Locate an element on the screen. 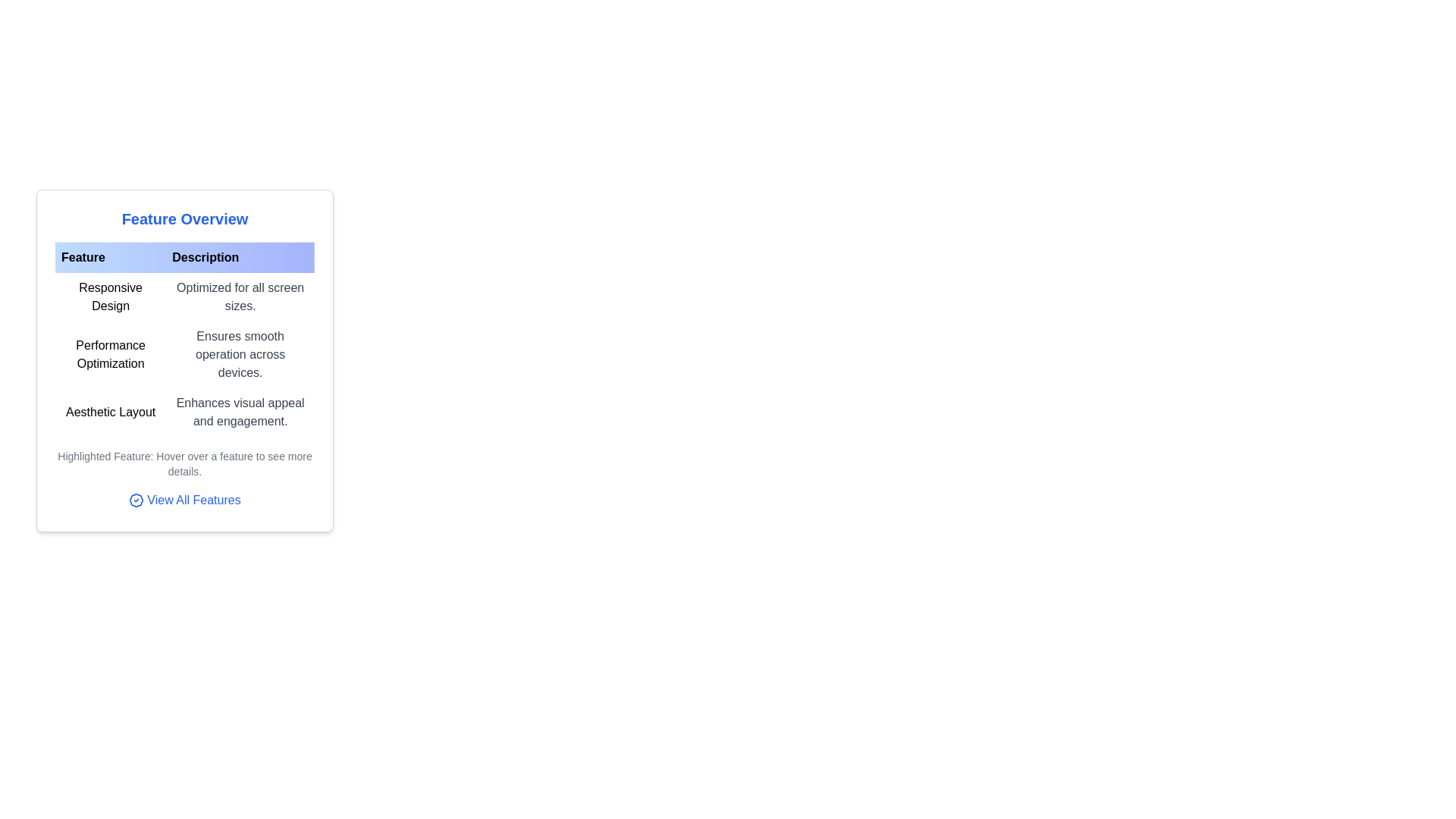  the Text link with icon located at the bottom of the content card is located at coordinates (184, 502).